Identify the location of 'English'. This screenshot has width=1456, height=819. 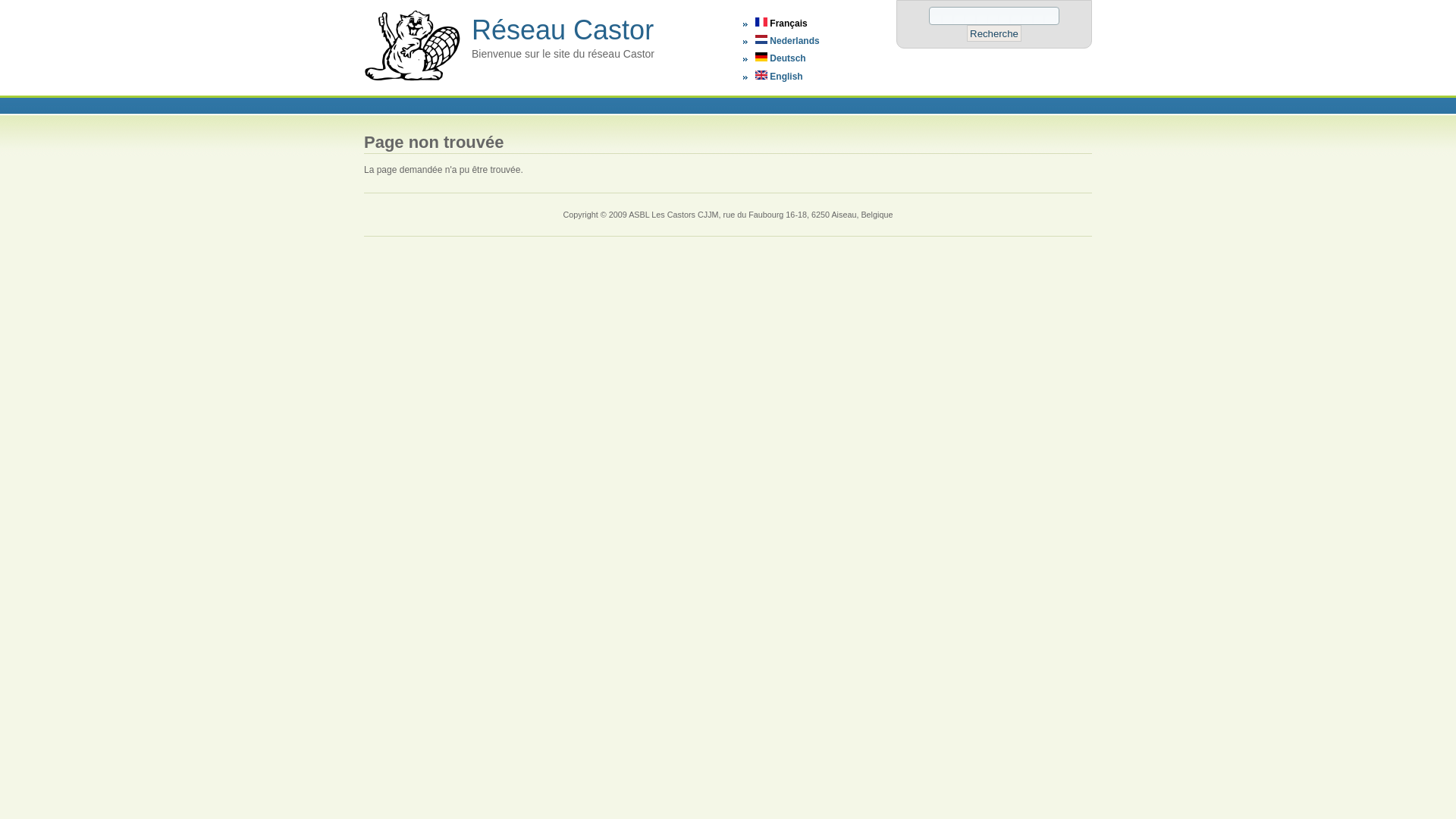
(779, 76).